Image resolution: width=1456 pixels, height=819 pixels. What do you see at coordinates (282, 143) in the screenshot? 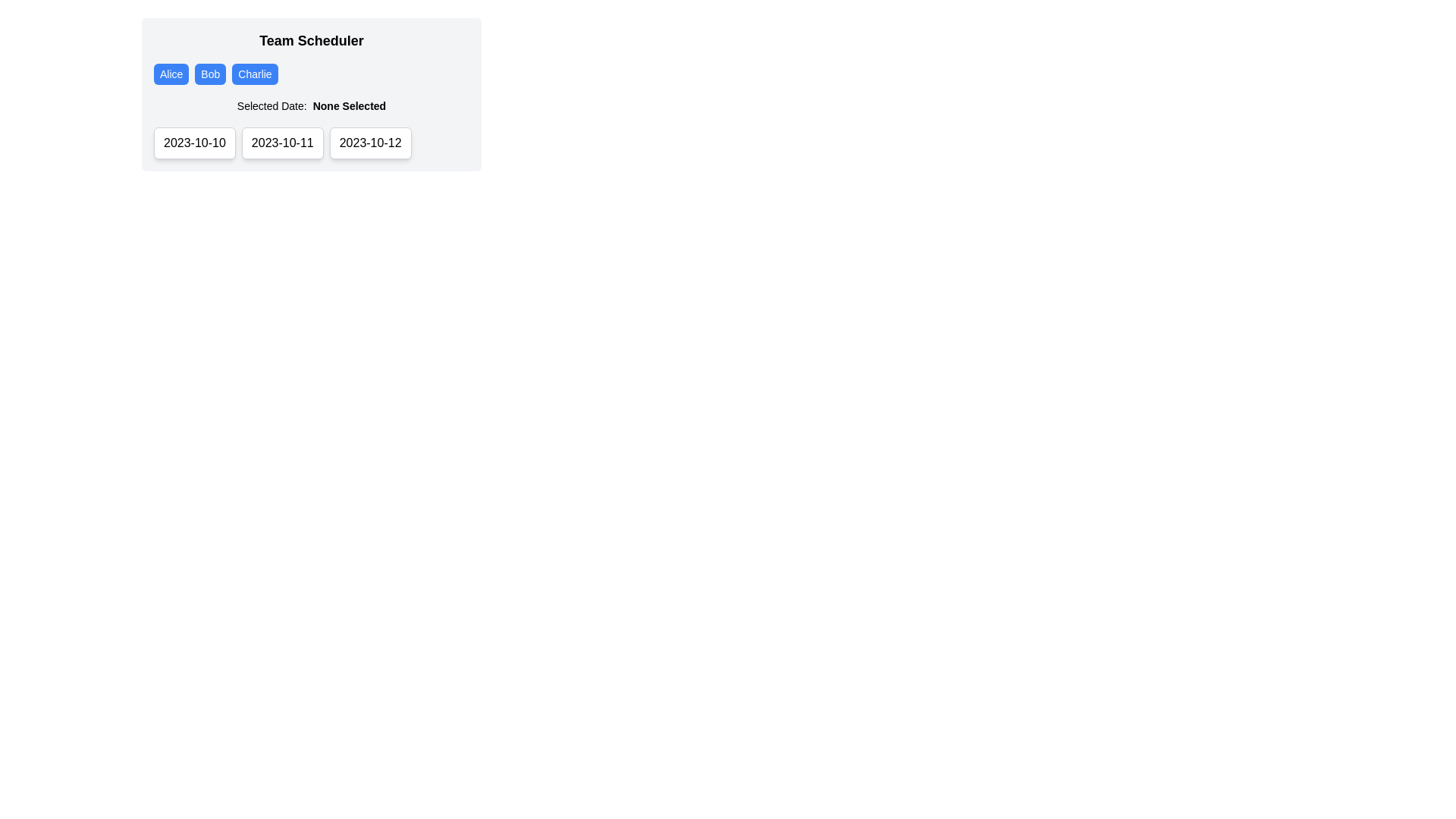
I see `the second date selection button for '2023-10-11' using keyboard navigation, located under the 'Team Scheduler' section` at bounding box center [282, 143].